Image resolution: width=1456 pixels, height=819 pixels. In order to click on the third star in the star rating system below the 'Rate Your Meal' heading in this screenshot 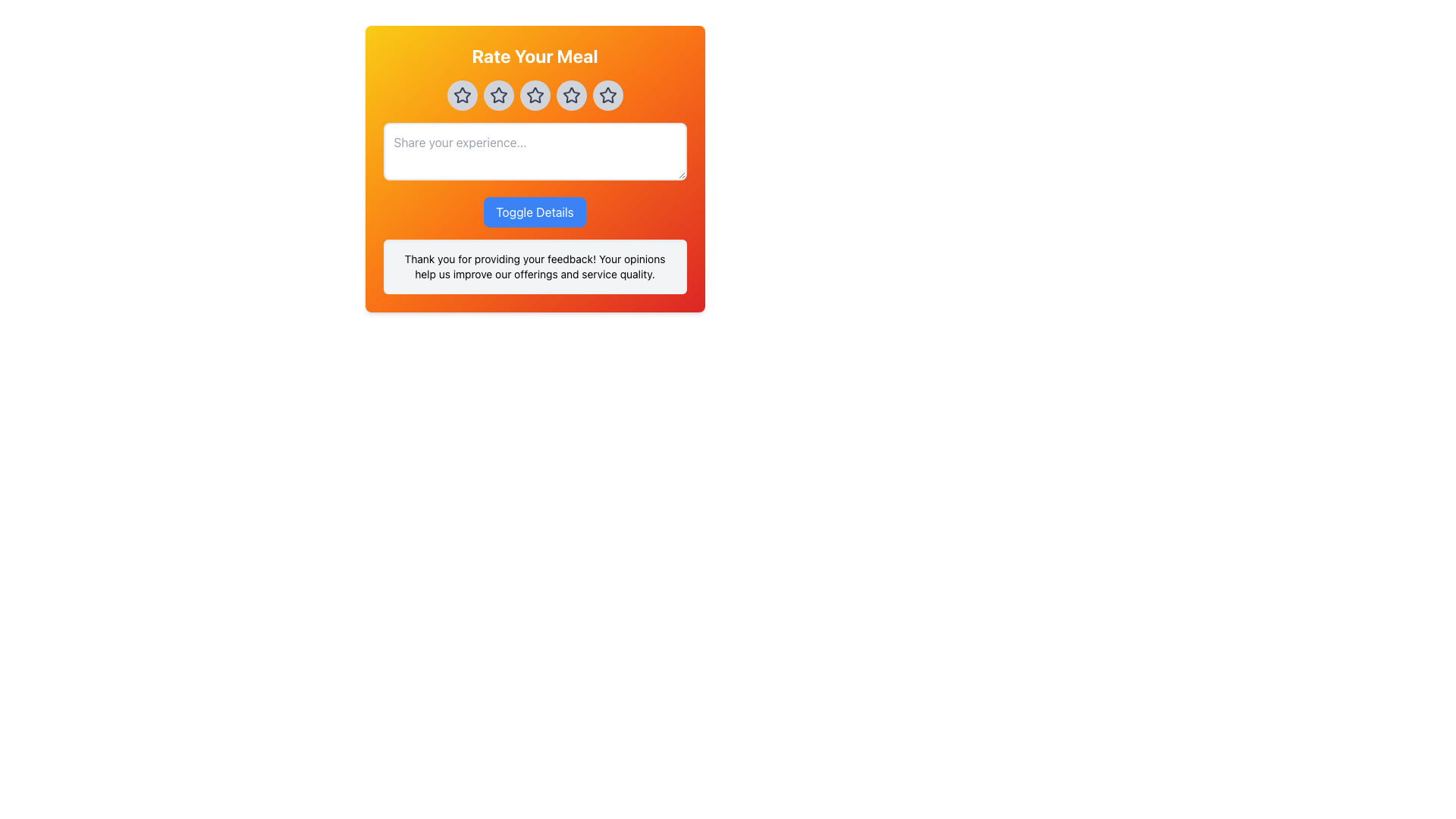, I will do `click(570, 95)`.